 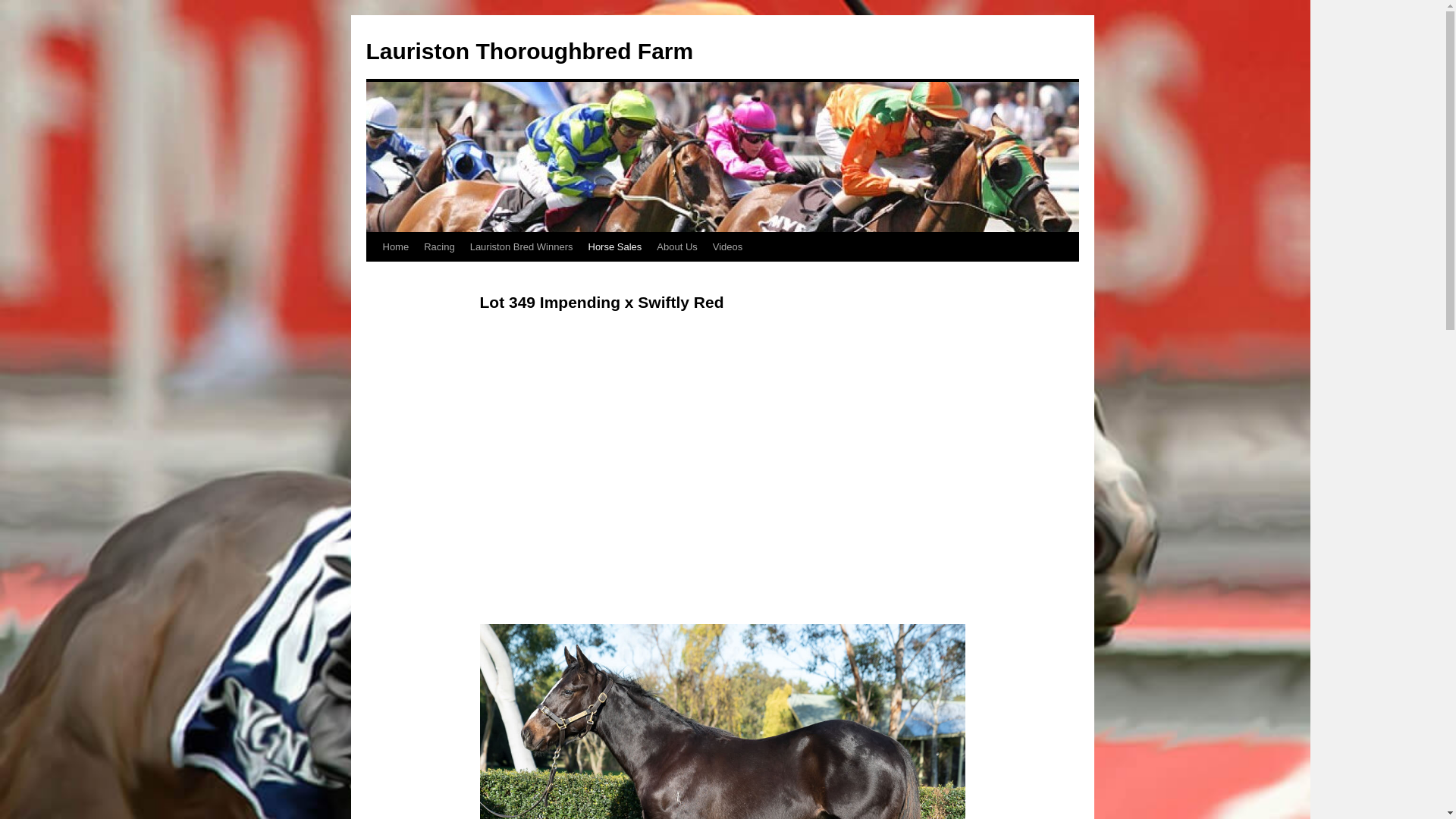 I want to click on 'About Us', so click(x=676, y=246).